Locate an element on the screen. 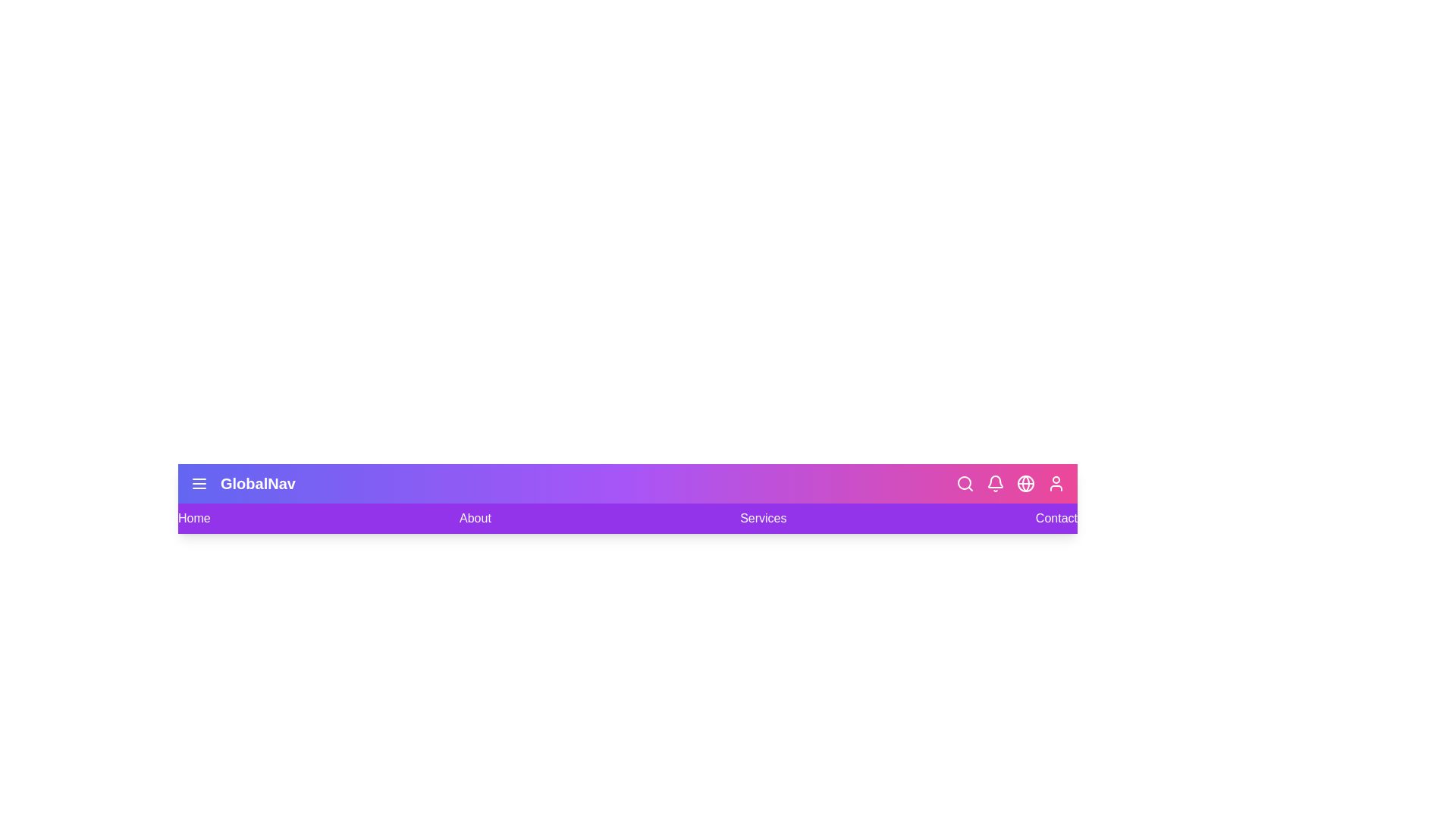  the Profile icon is located at coordinates (1055, 483).